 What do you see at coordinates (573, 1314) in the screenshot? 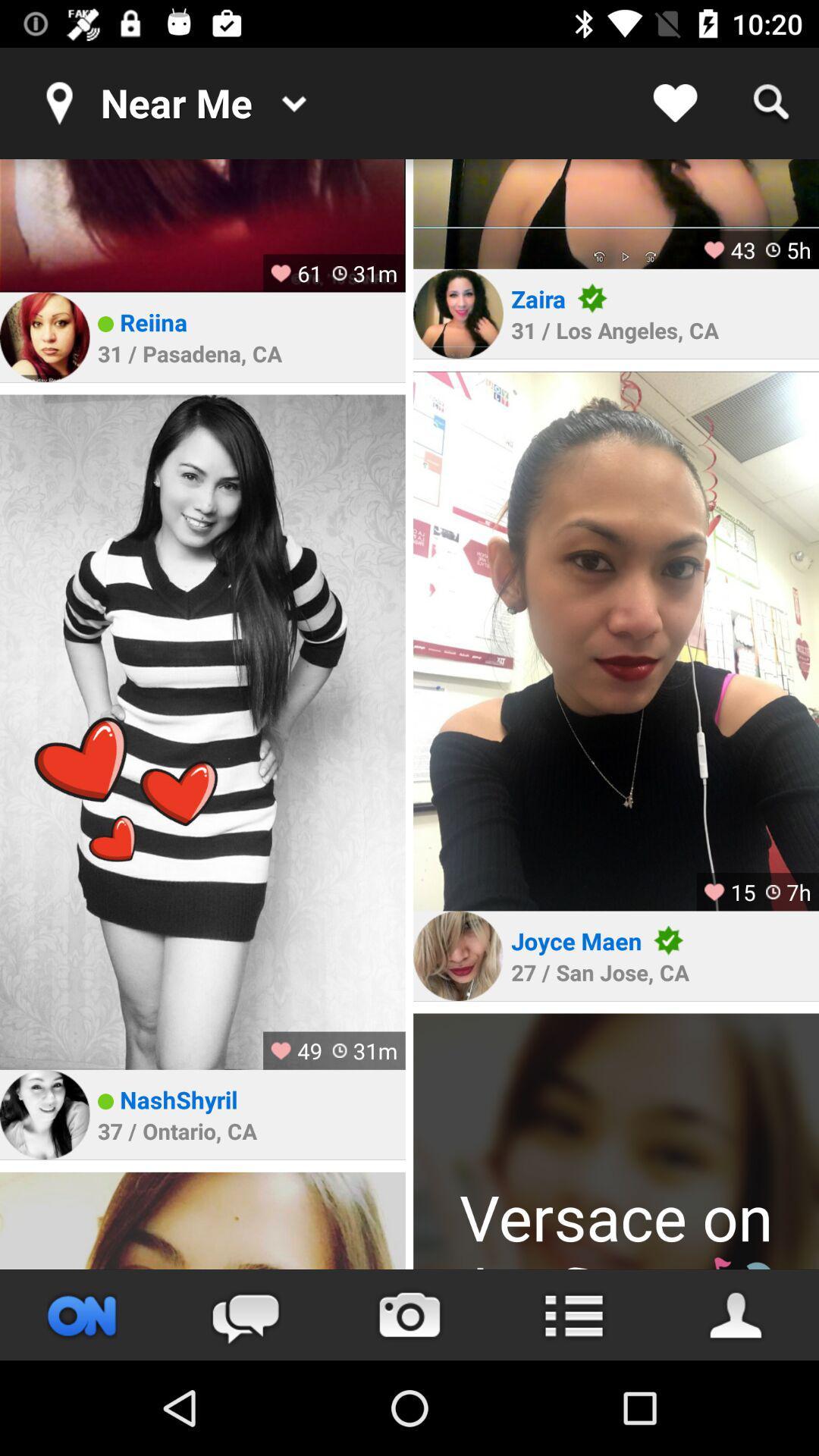
I see `open options menu` at bounding box center [573, 1314].